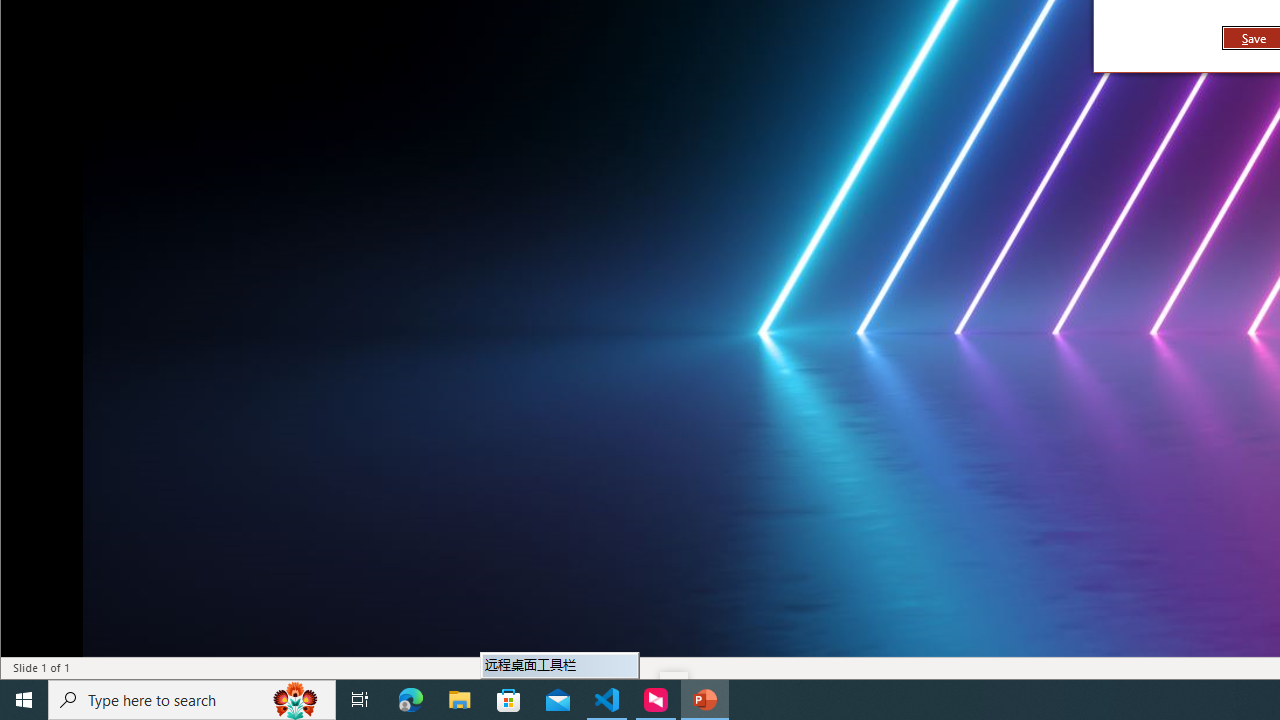 The width and height of the screenshot is (1280, 720). Describe the element at coordinates (294, 698) in the screenshot. I see `'Search highlights icon opens search home window'` at that location.